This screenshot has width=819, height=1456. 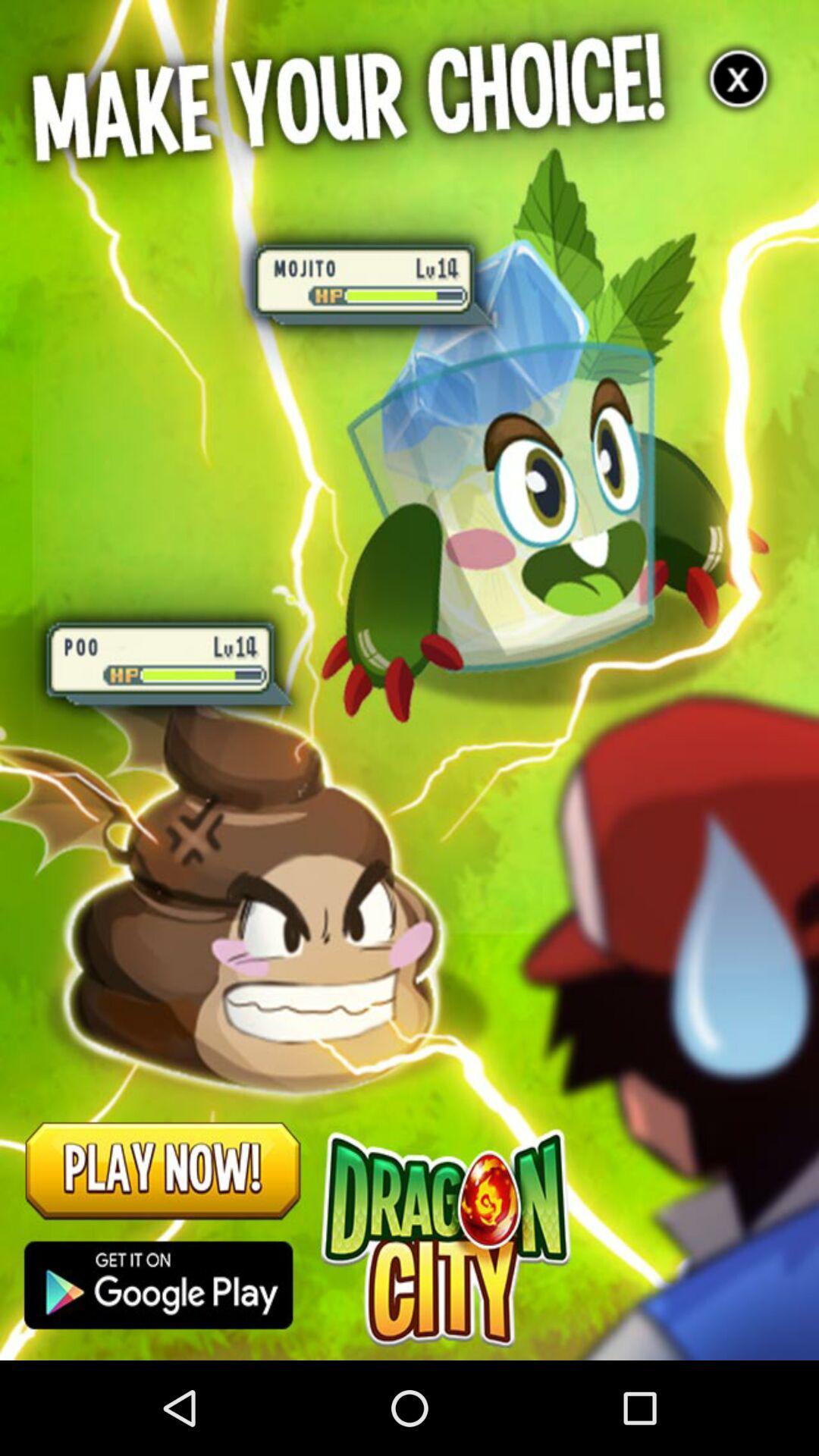 I want to click on the close icon, so click(x=739, y=84).